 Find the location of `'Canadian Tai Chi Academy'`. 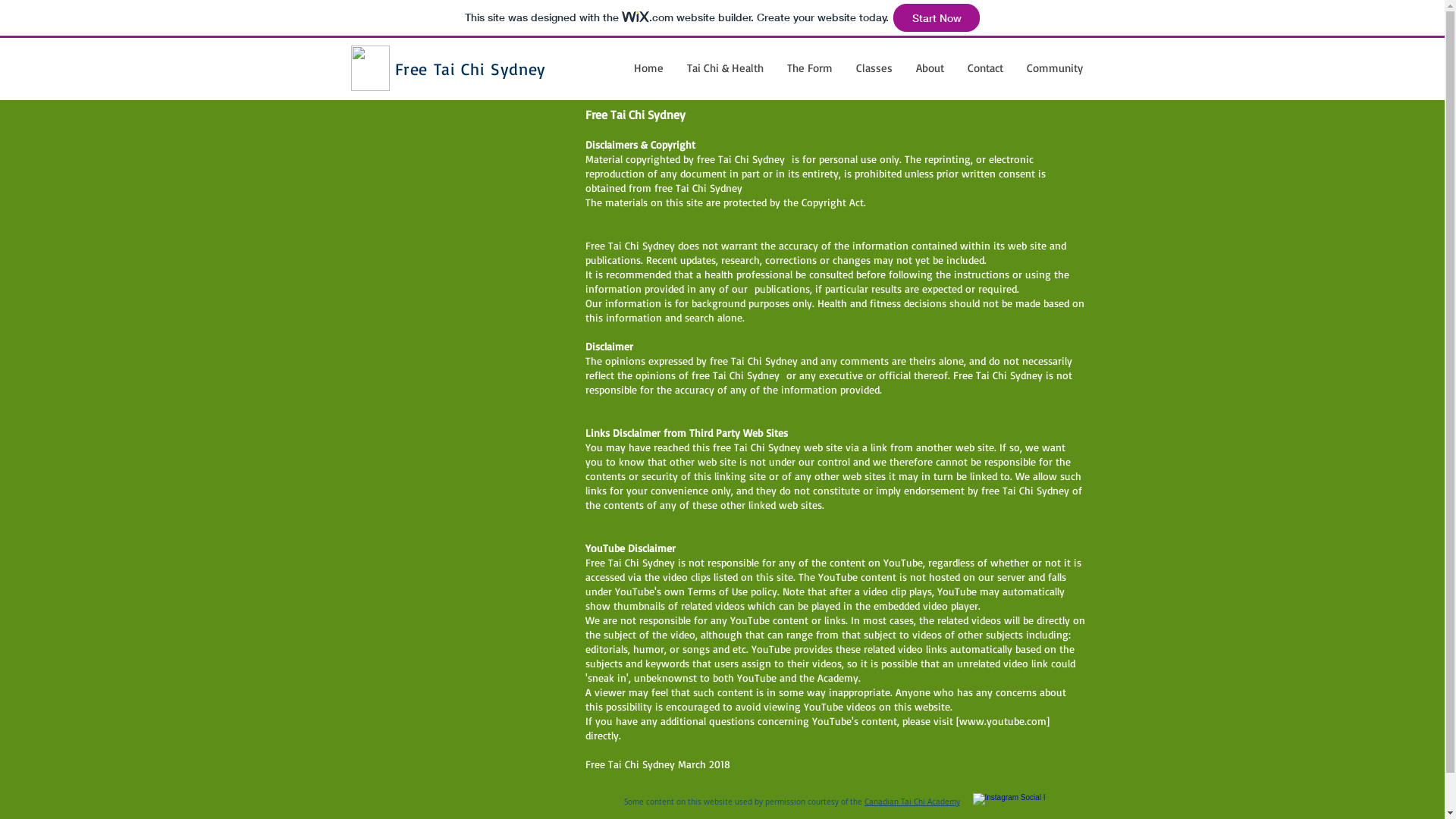

'Canadian Tai Chi Academy' is located at coordinates (864, 801).